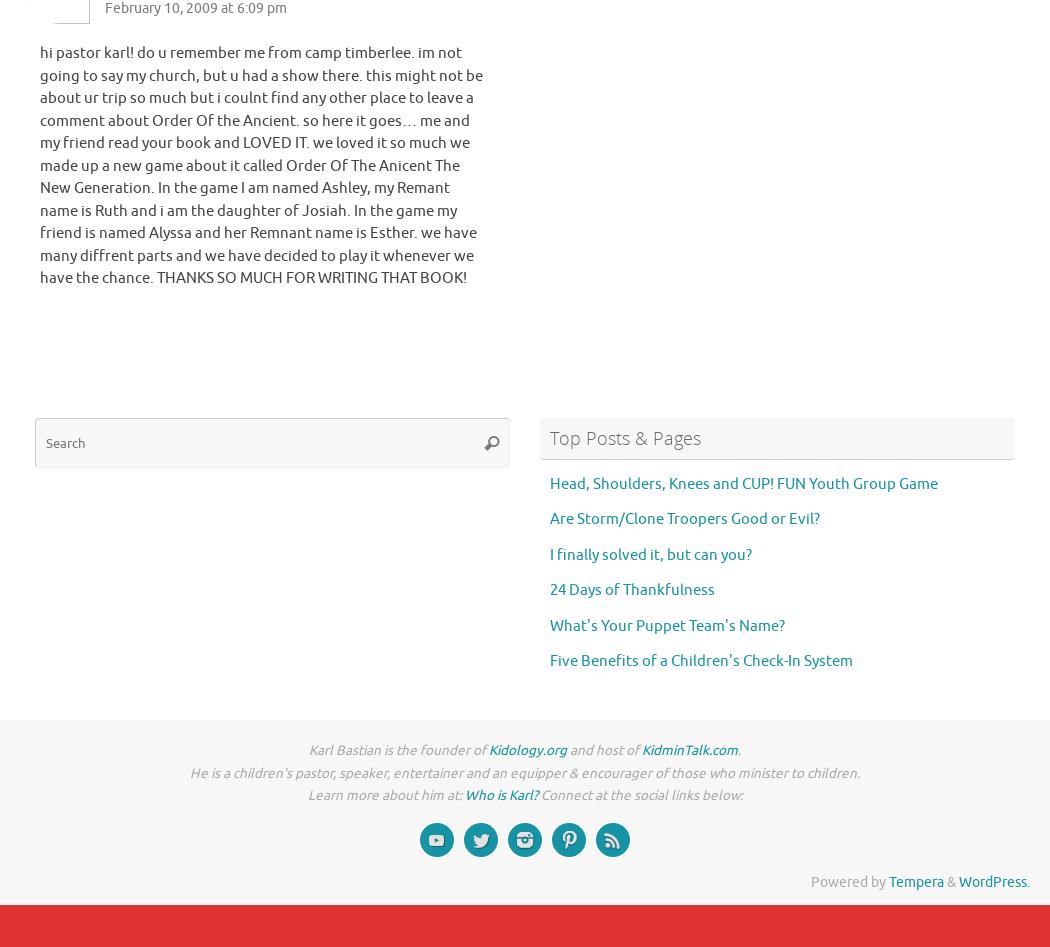 This screenshot has width=1050, height=947. What do you see at coordinates (385, 795) in the screenshot?
I see `'Learn more about him at:'` at bounding box center [385, 795].